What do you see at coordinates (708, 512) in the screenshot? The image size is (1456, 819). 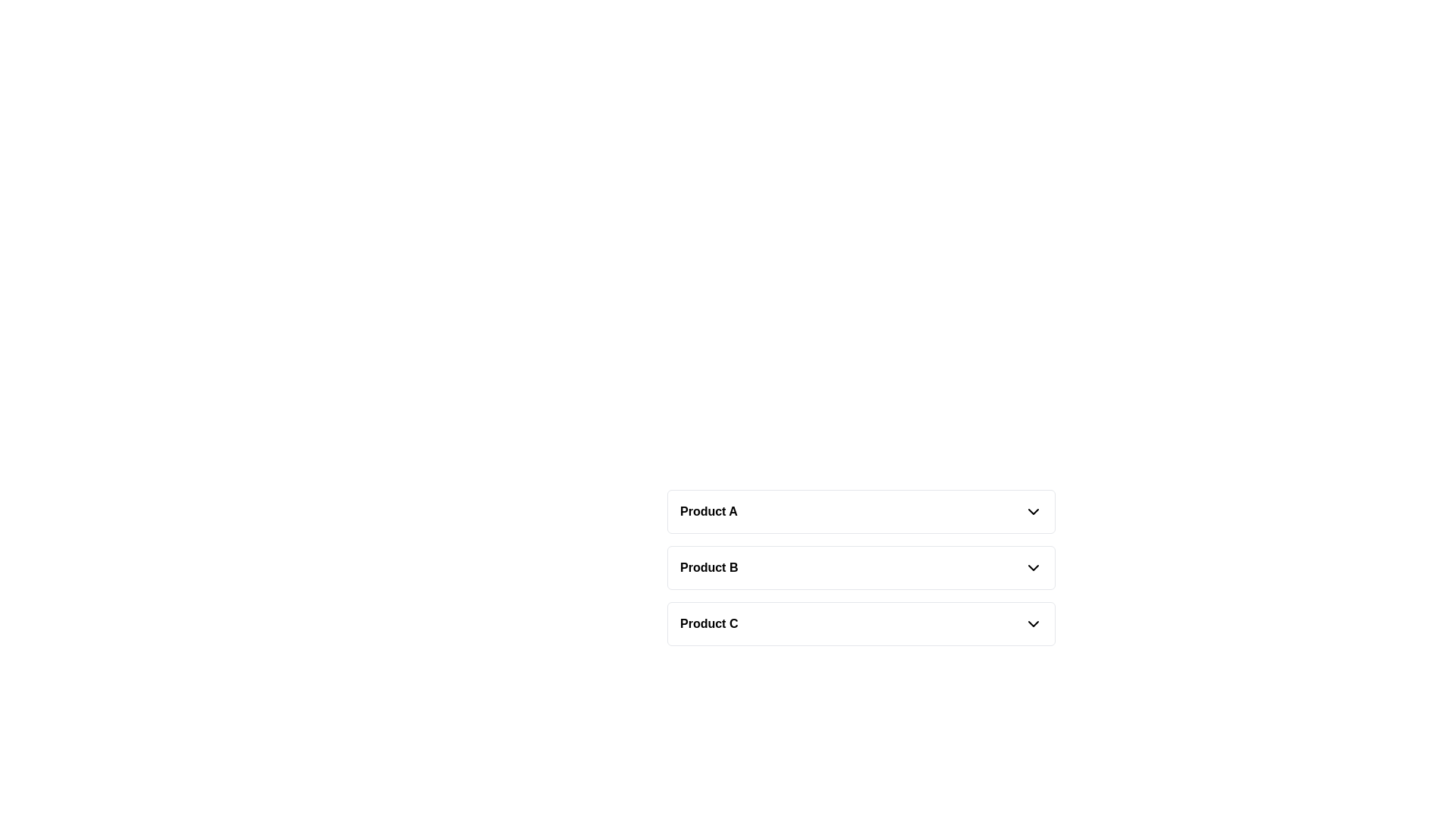 I see `the text label displaying 'Product A'` at bounding box center [708, 512].